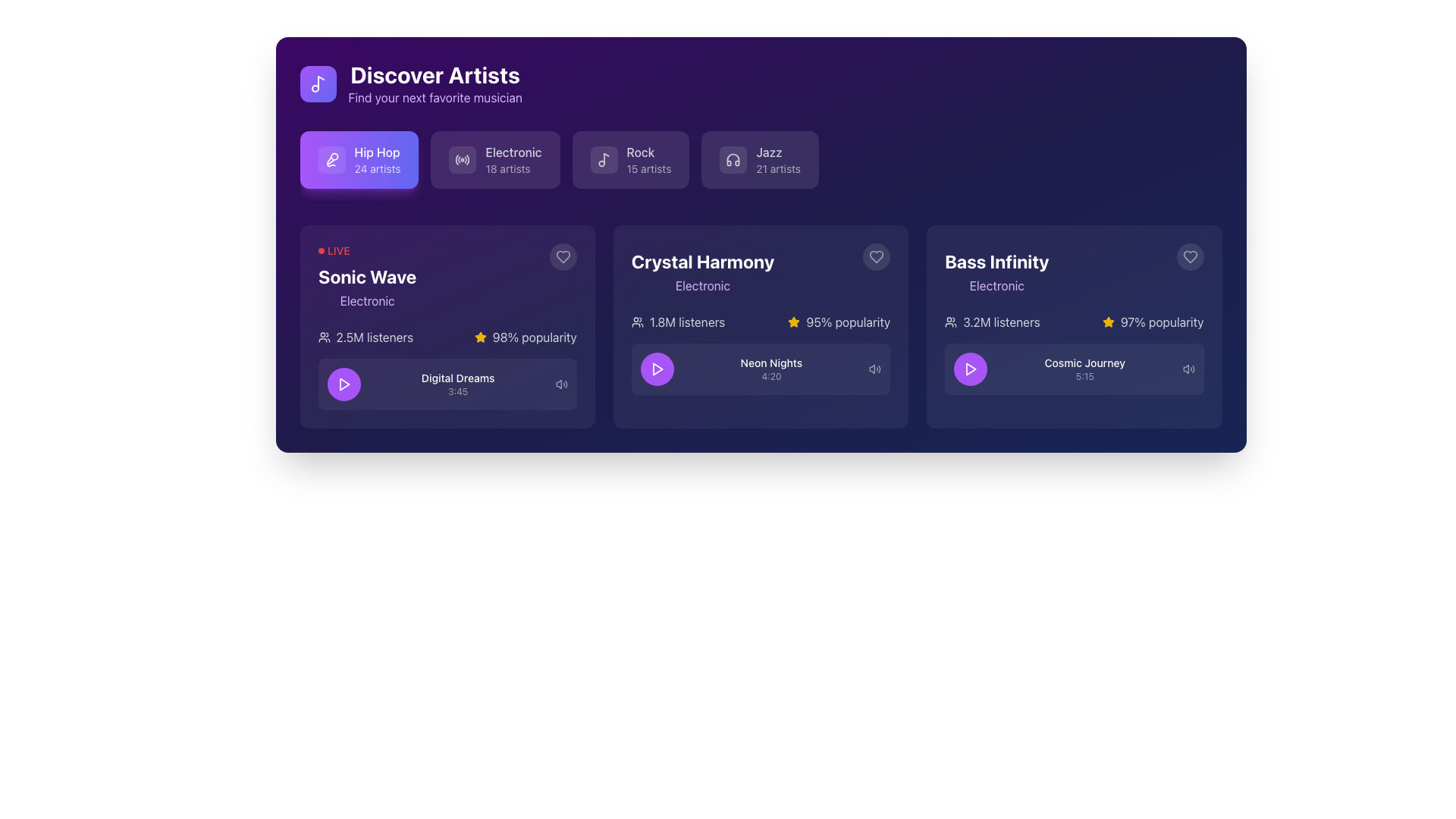 This screenshot has height=819, width=1456. I want to click on the 'LIVE' text label, so click(337, 250).